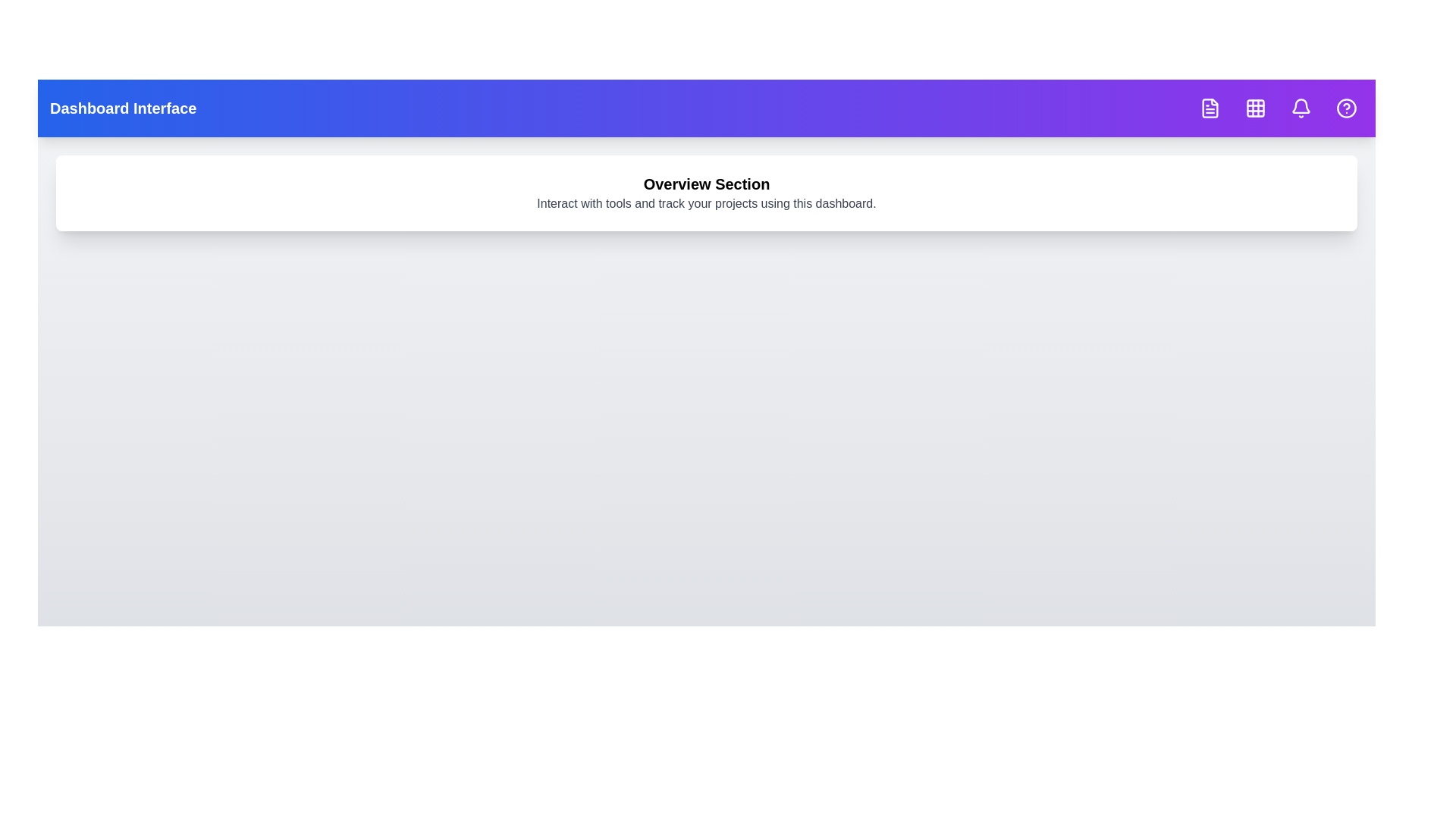 This screenshot has height=819, width=1456. Describe the element at coordinates (1347, 107) in the screenshot. I see `the navigation button corresponding to HelpCircle` at that location.